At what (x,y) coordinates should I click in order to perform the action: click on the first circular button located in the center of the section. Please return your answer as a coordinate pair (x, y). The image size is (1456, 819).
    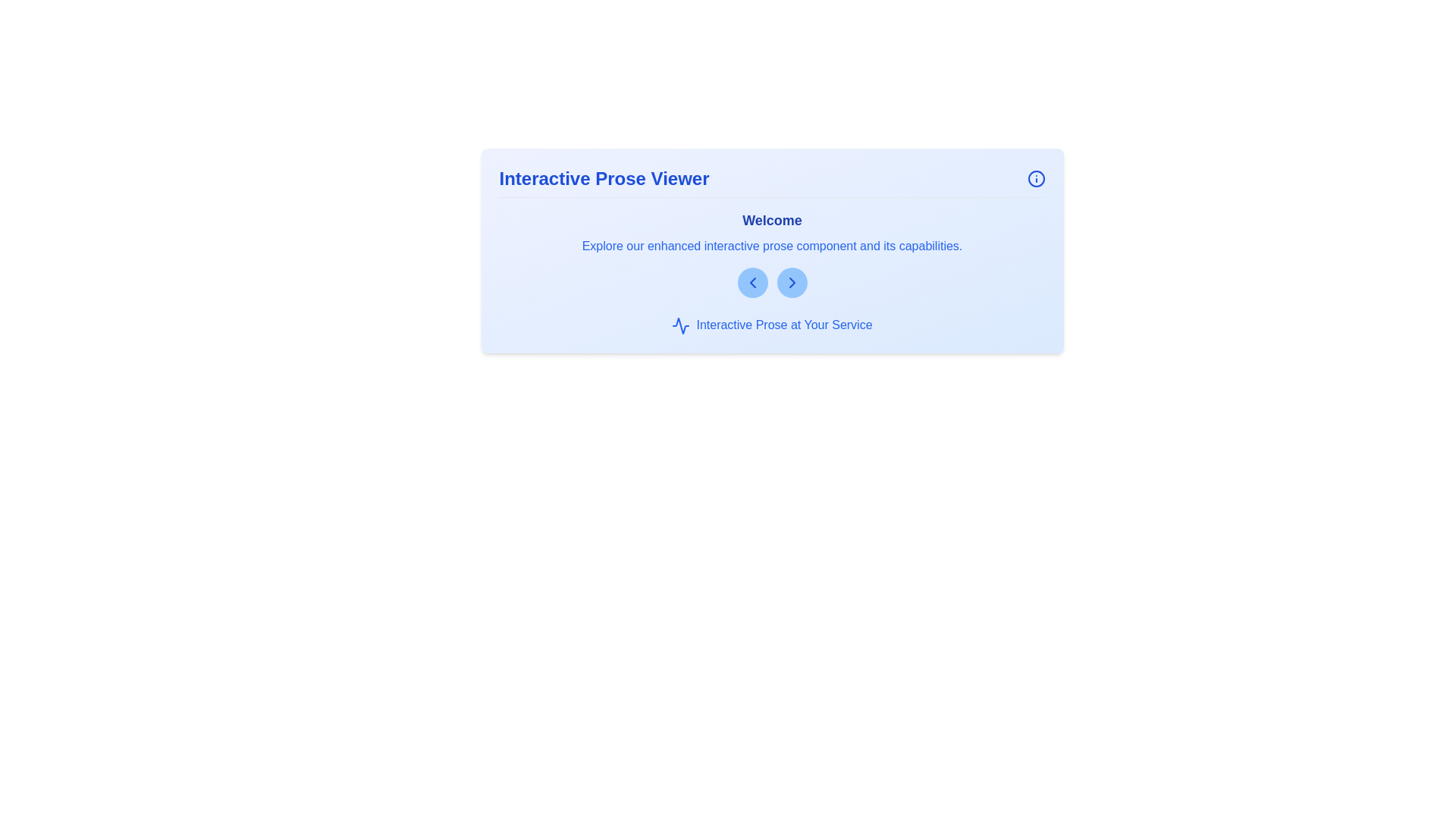
    Looking at the image, I should click on (752, 283).